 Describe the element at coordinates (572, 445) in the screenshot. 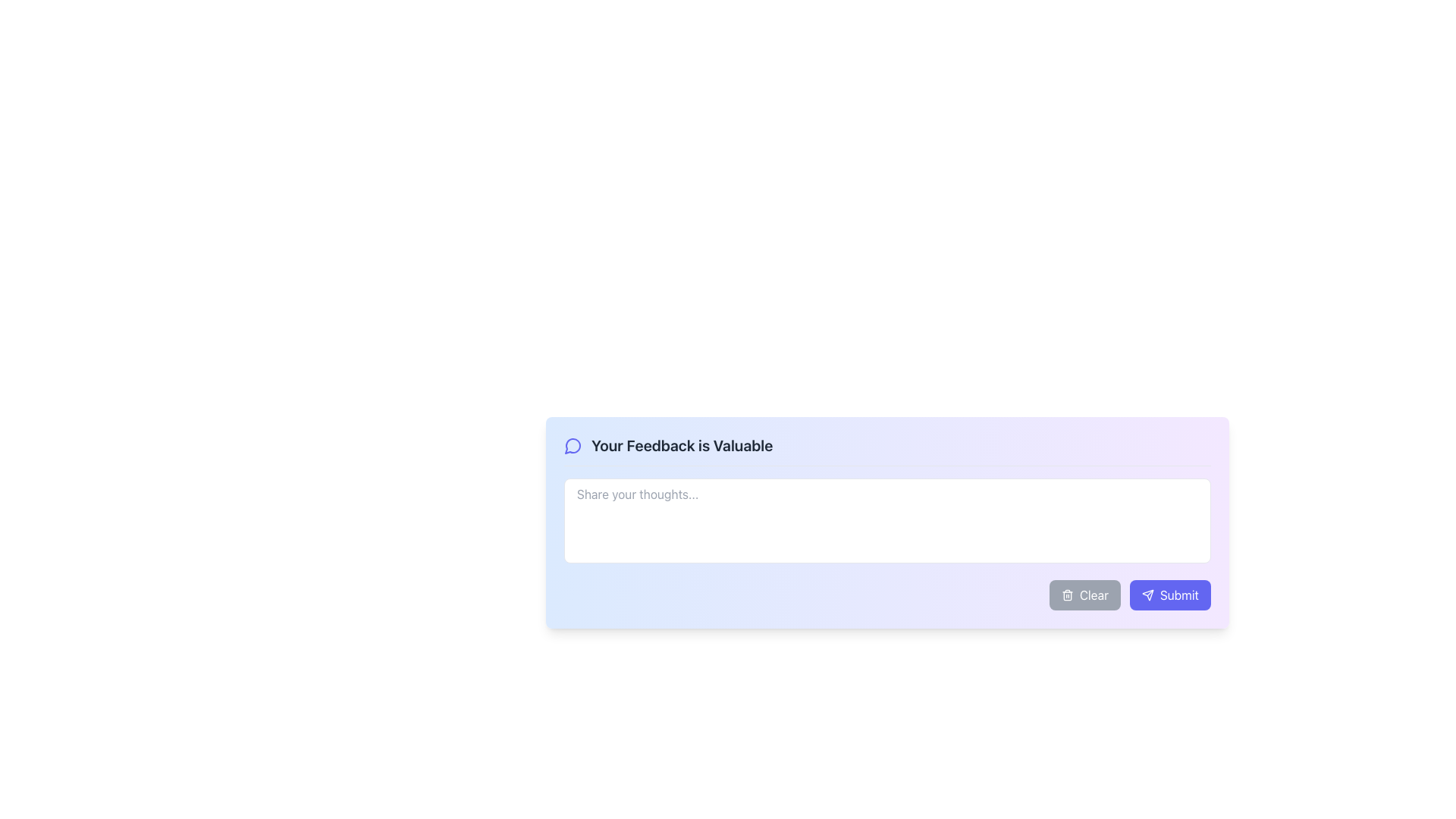

I see `the text bubble icon that is part of a larger icon set, located in the top-left corner of the modal, before the text input field` at that location.